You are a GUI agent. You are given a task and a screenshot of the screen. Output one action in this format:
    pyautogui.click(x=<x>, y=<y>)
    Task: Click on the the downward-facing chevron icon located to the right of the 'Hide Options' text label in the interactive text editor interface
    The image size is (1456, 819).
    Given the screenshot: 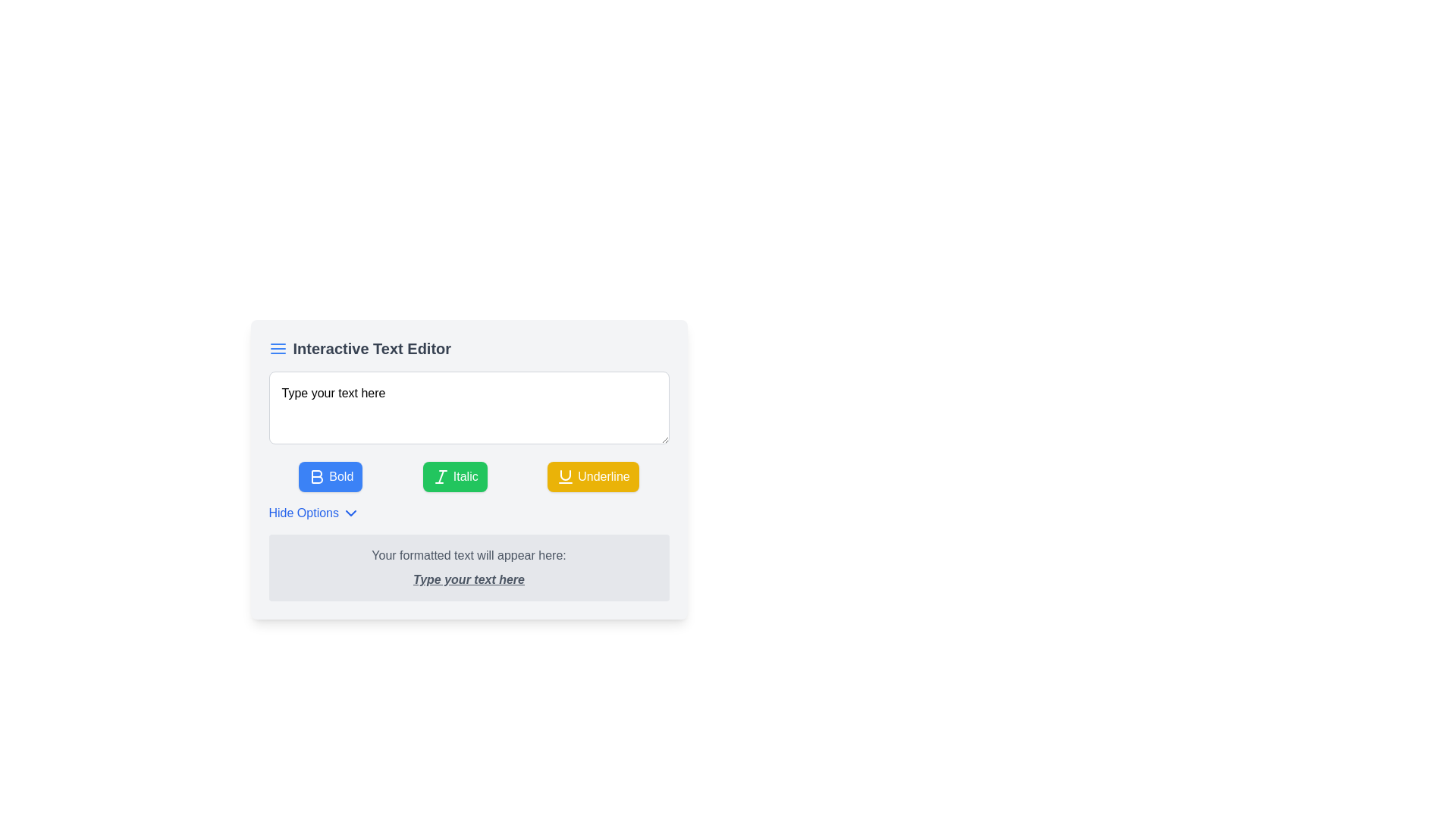 What is the action you would take?
    pyautogui.click(x=350, y=513)
    